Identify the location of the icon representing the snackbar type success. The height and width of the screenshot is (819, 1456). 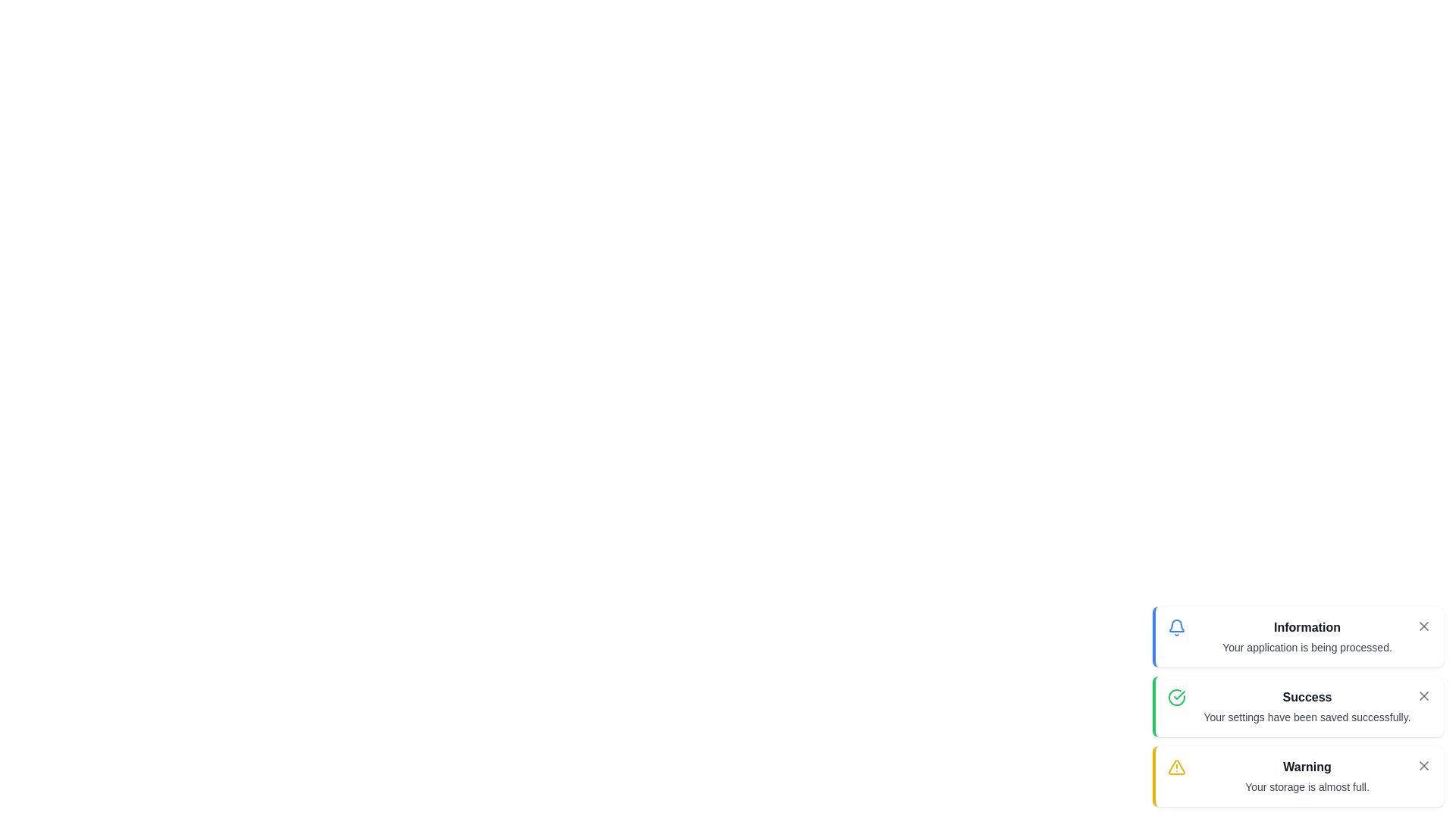
(1175, 698).